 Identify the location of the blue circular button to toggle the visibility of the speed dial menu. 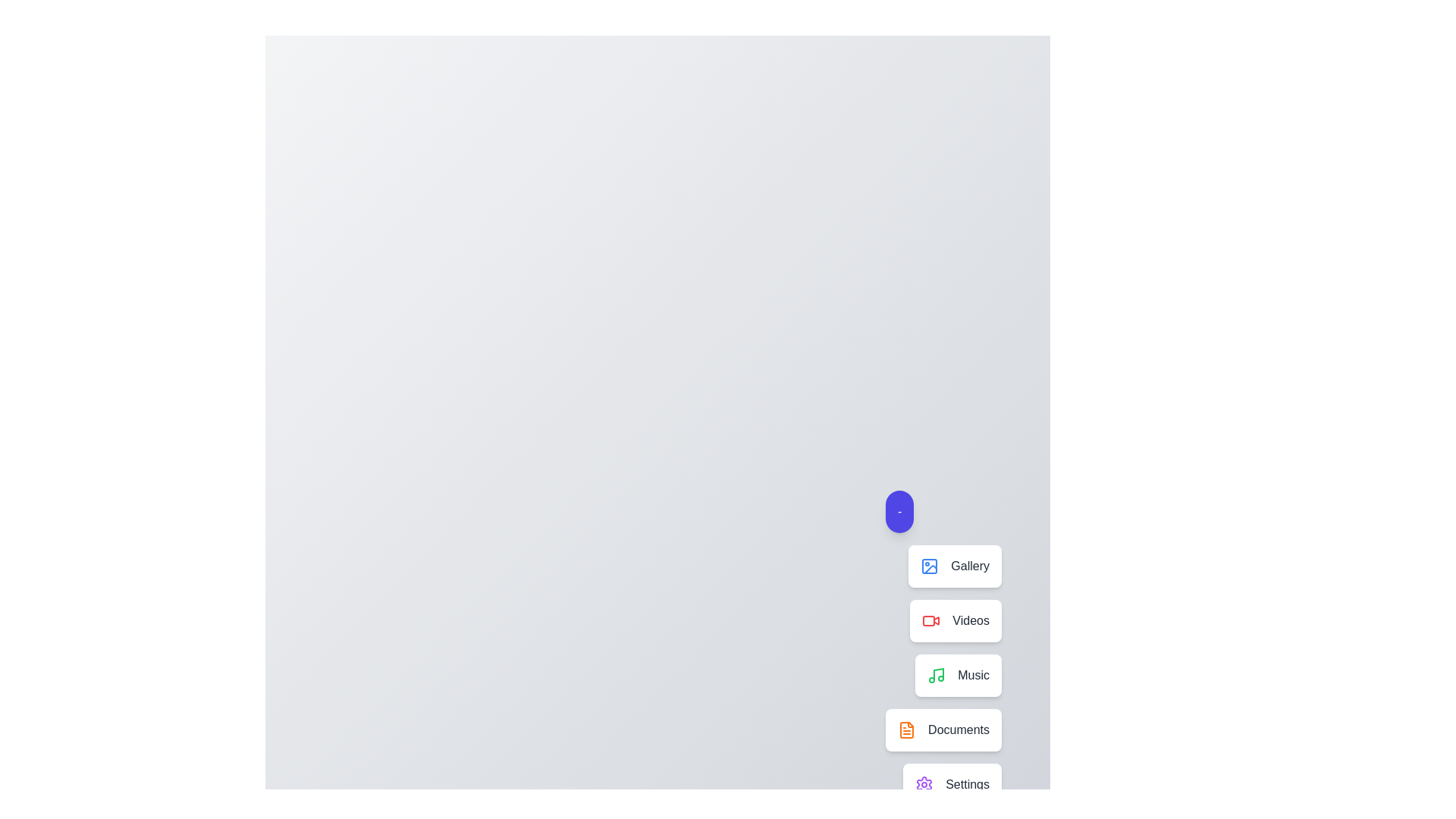
(899, 512).